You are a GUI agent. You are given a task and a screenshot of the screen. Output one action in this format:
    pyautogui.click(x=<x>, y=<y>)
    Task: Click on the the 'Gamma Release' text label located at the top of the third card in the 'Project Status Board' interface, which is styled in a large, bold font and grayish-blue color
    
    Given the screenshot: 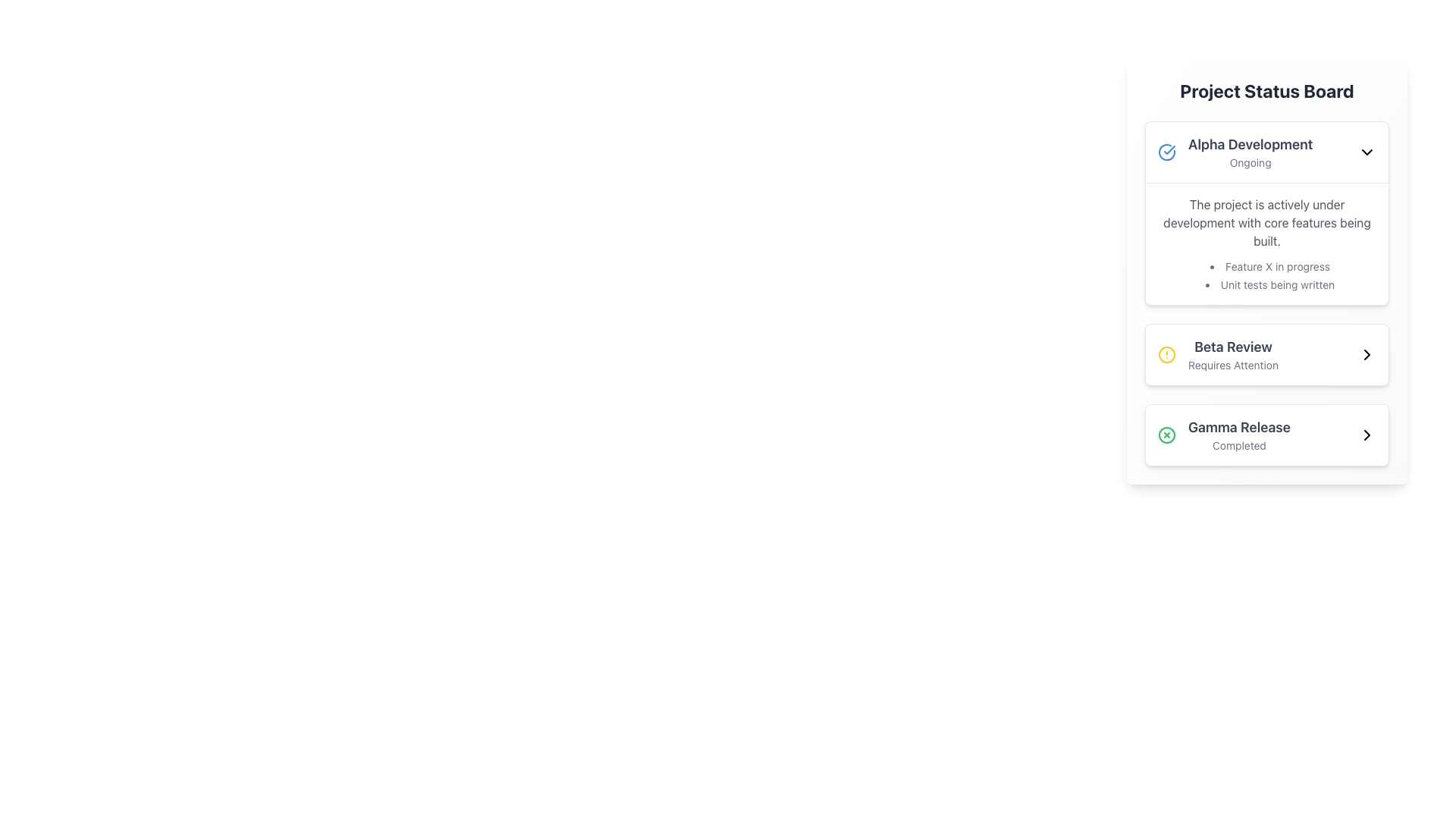 What is the action you would take?
    pyautogui.click(x=1239, y=427)
    